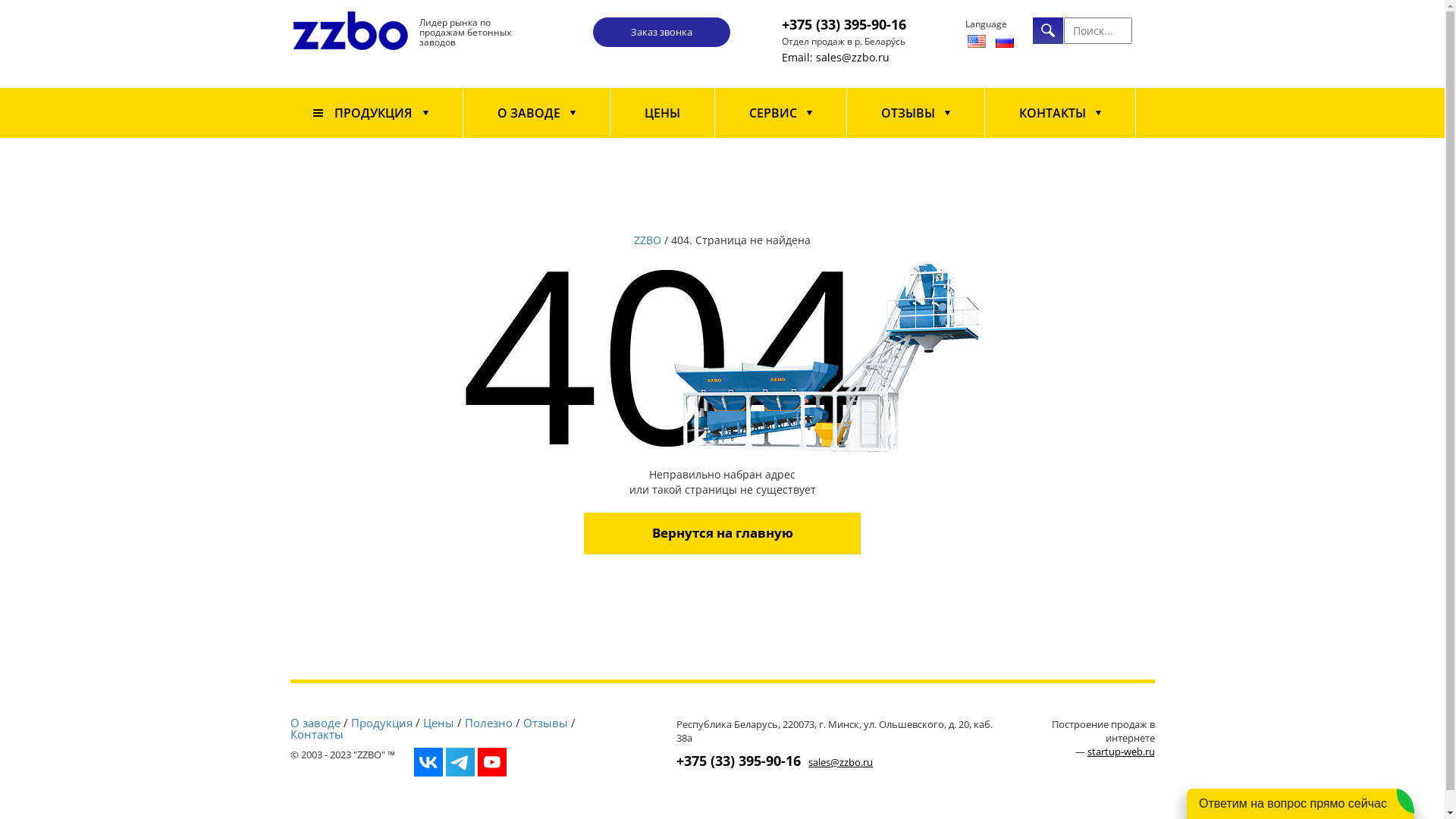 This screenshot has width=1456, height=819. Describe the element at coordinates (1087, 752) in the screenshot. I see `'startup-web.ru'` at that location.